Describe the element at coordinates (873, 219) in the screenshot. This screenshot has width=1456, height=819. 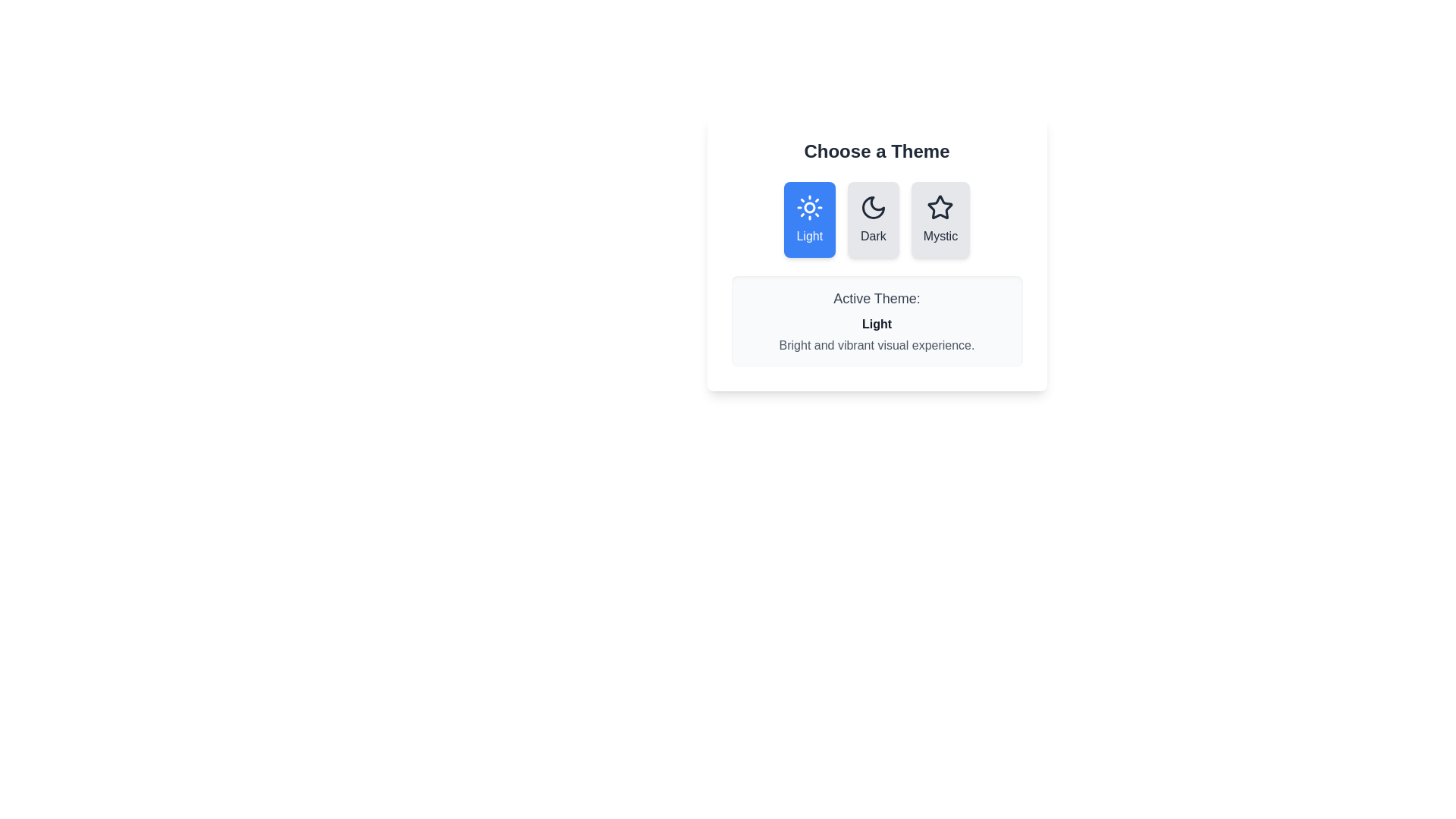
I see `the button labeled Dark to select the corresponding theme` at that location.